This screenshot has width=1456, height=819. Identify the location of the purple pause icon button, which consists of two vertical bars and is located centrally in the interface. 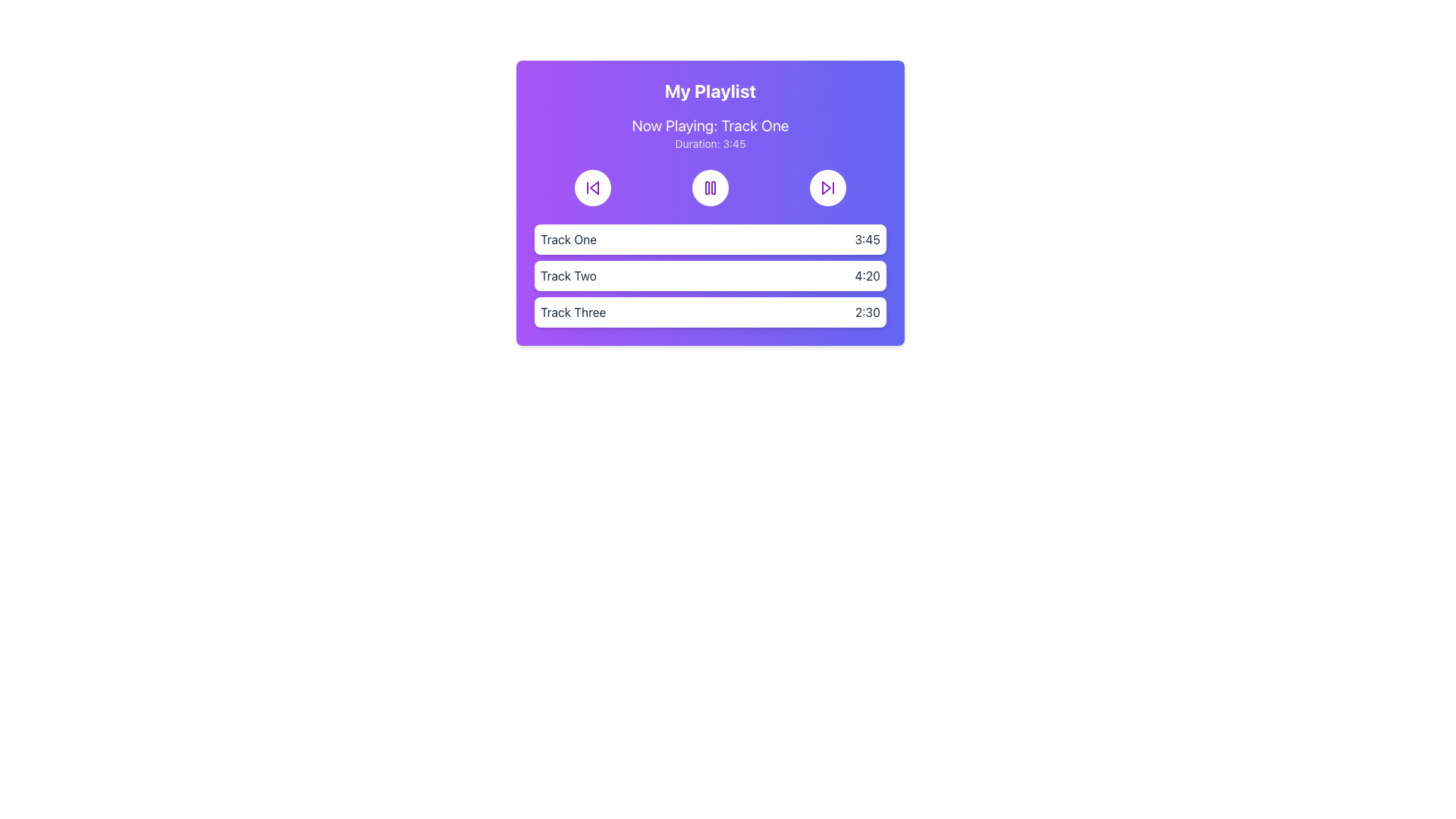
(709, 187).